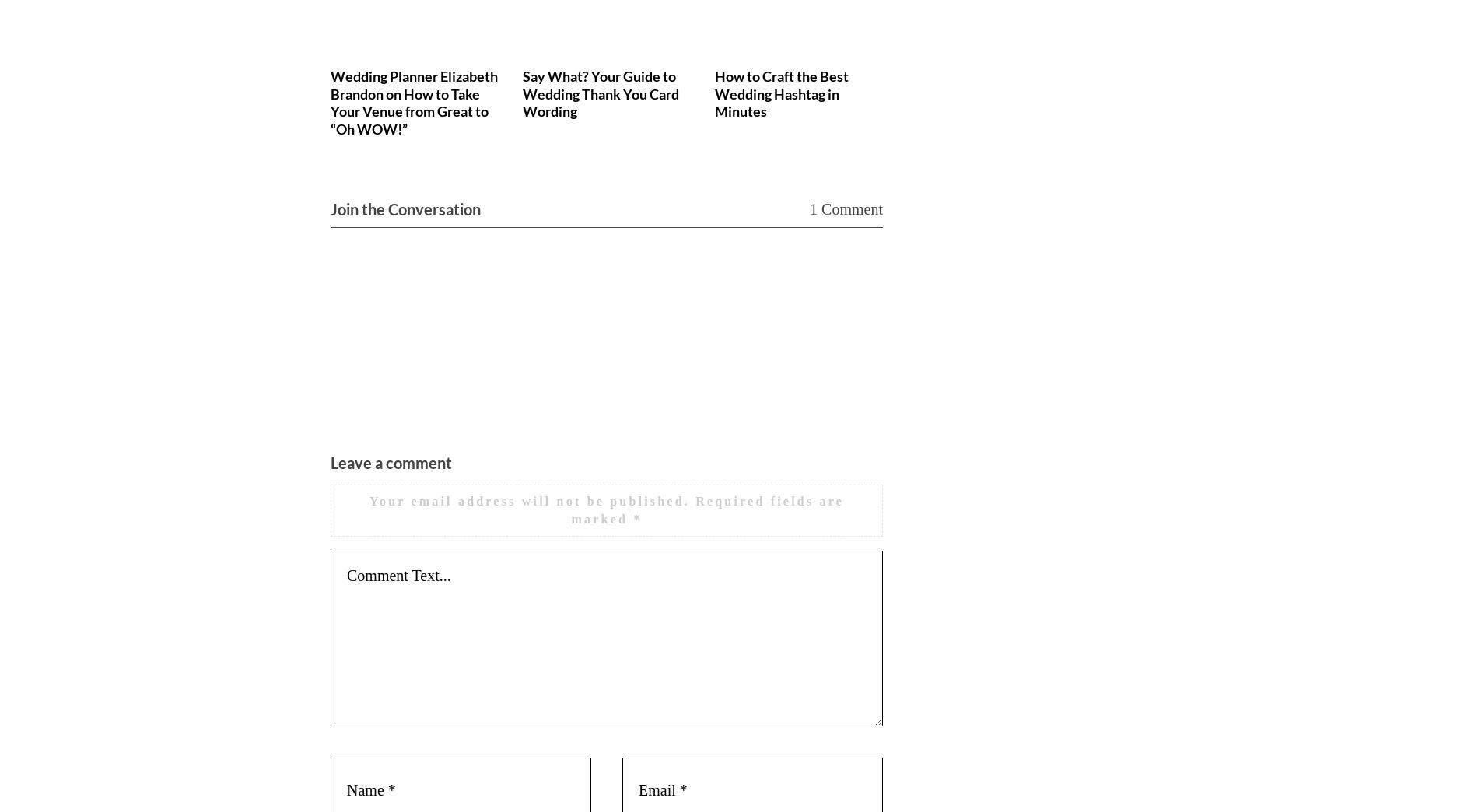 The image size is (1478, 812). I want to click on 'Destination Weddings: The Best Sydney Wedding Venues', so click(1183, 93).